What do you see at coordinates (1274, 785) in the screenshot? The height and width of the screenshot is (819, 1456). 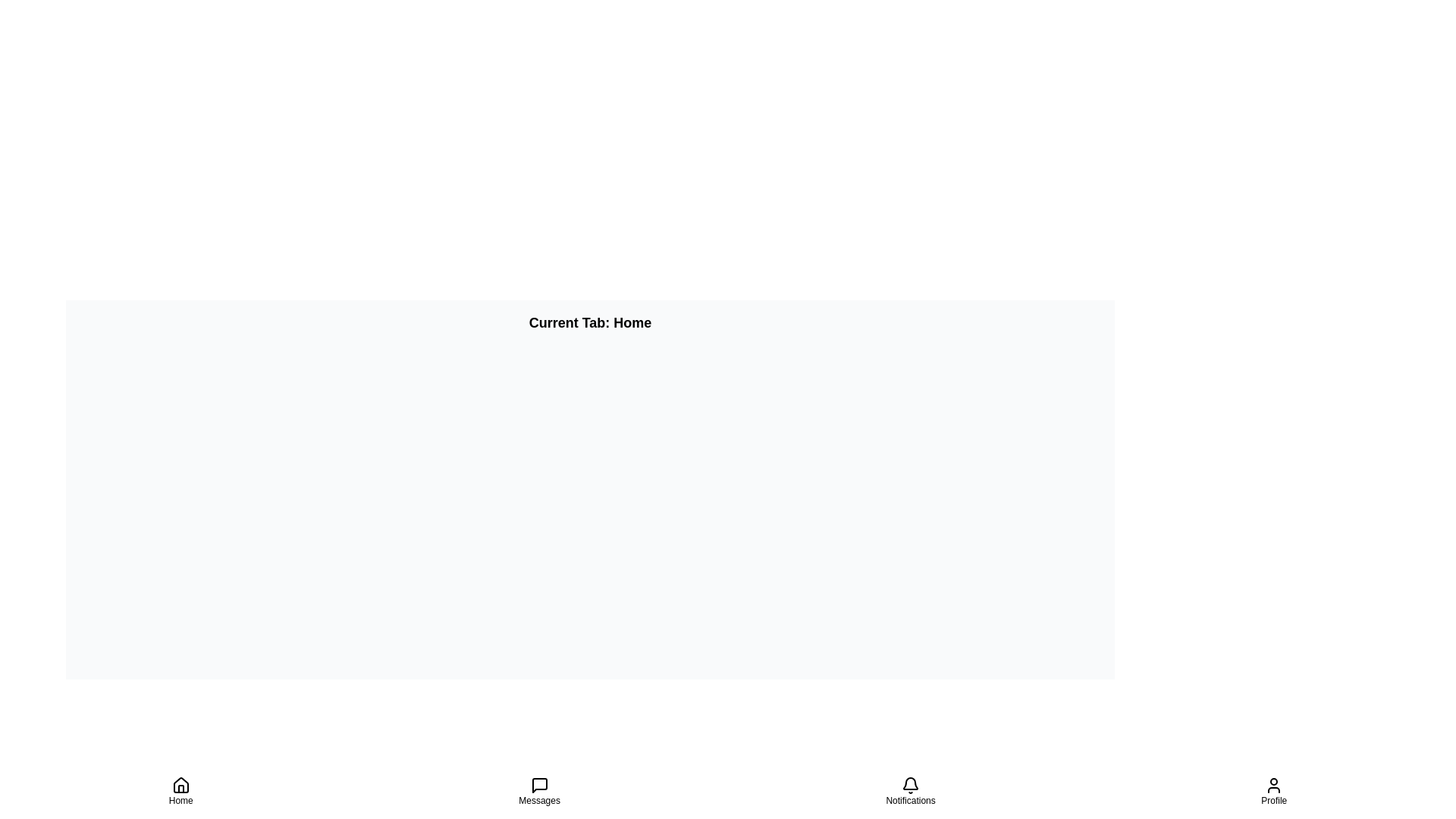 I see `the user icon in the 'Profile' navigation tab` at bounding box center [1274, 785].